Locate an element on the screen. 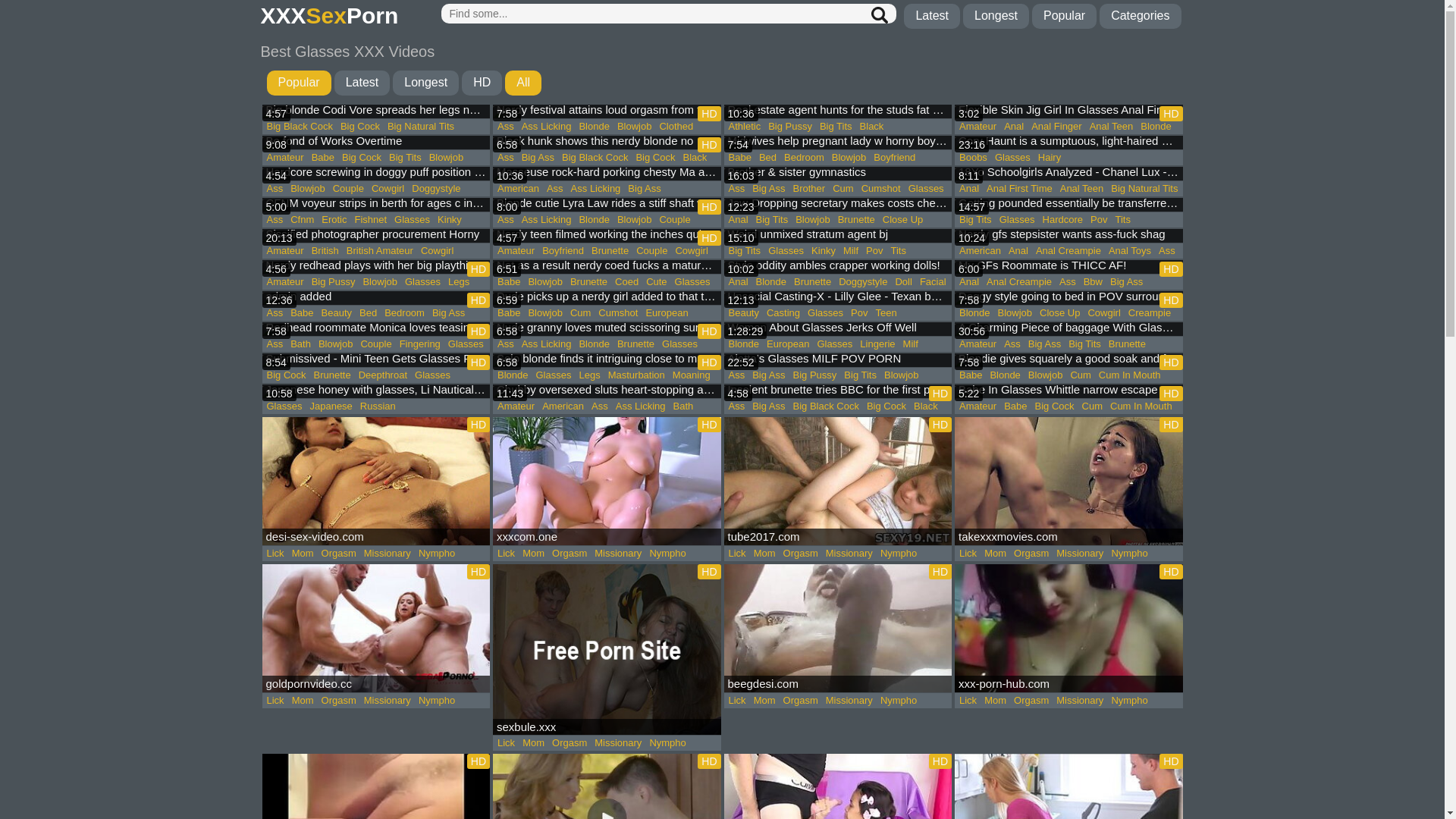  'Russian' is located at coordinates (356, 406).